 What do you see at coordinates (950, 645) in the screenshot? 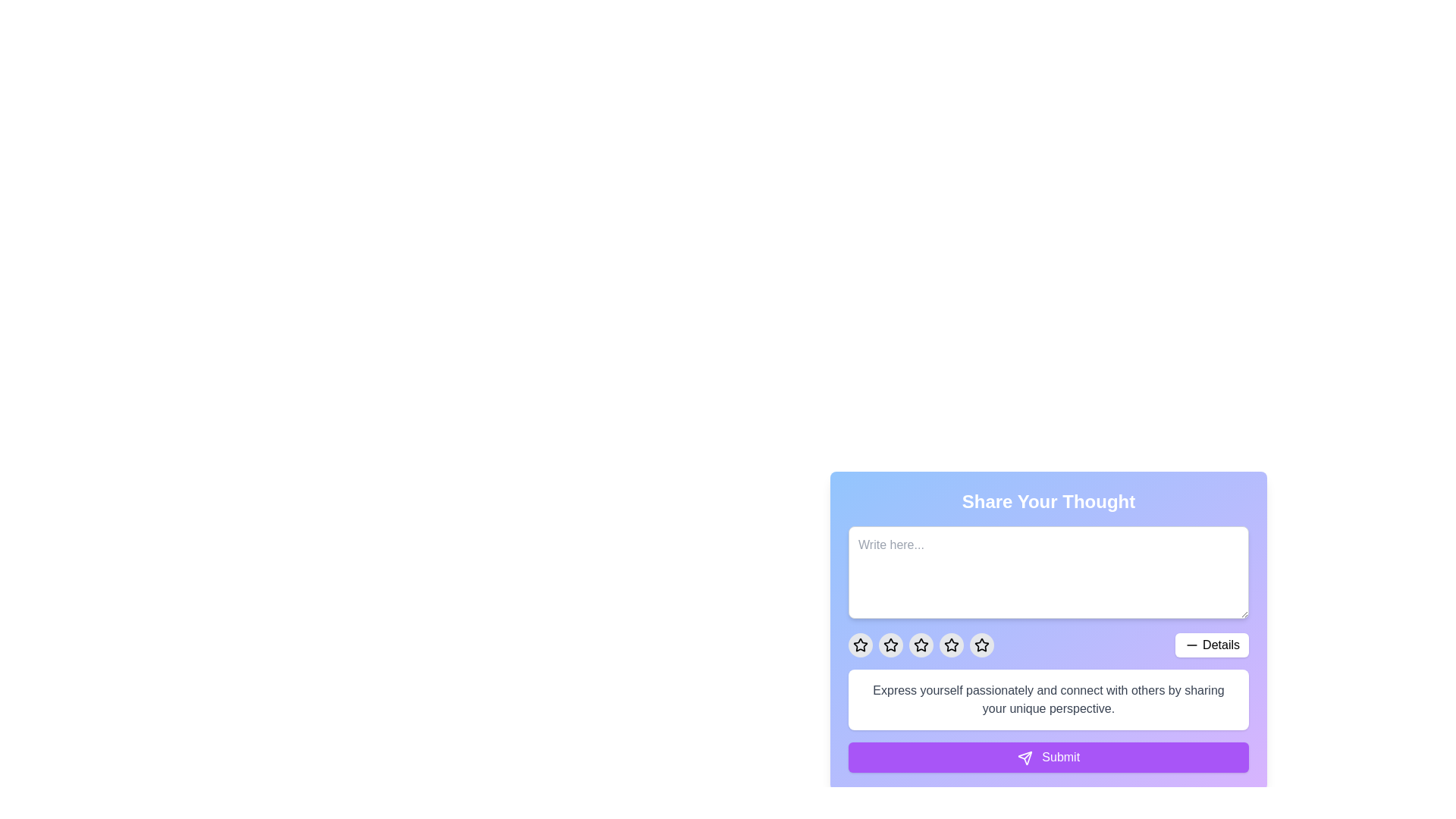
I see `the fourth star icon button in the rating system` at bounding box center [950, 645].